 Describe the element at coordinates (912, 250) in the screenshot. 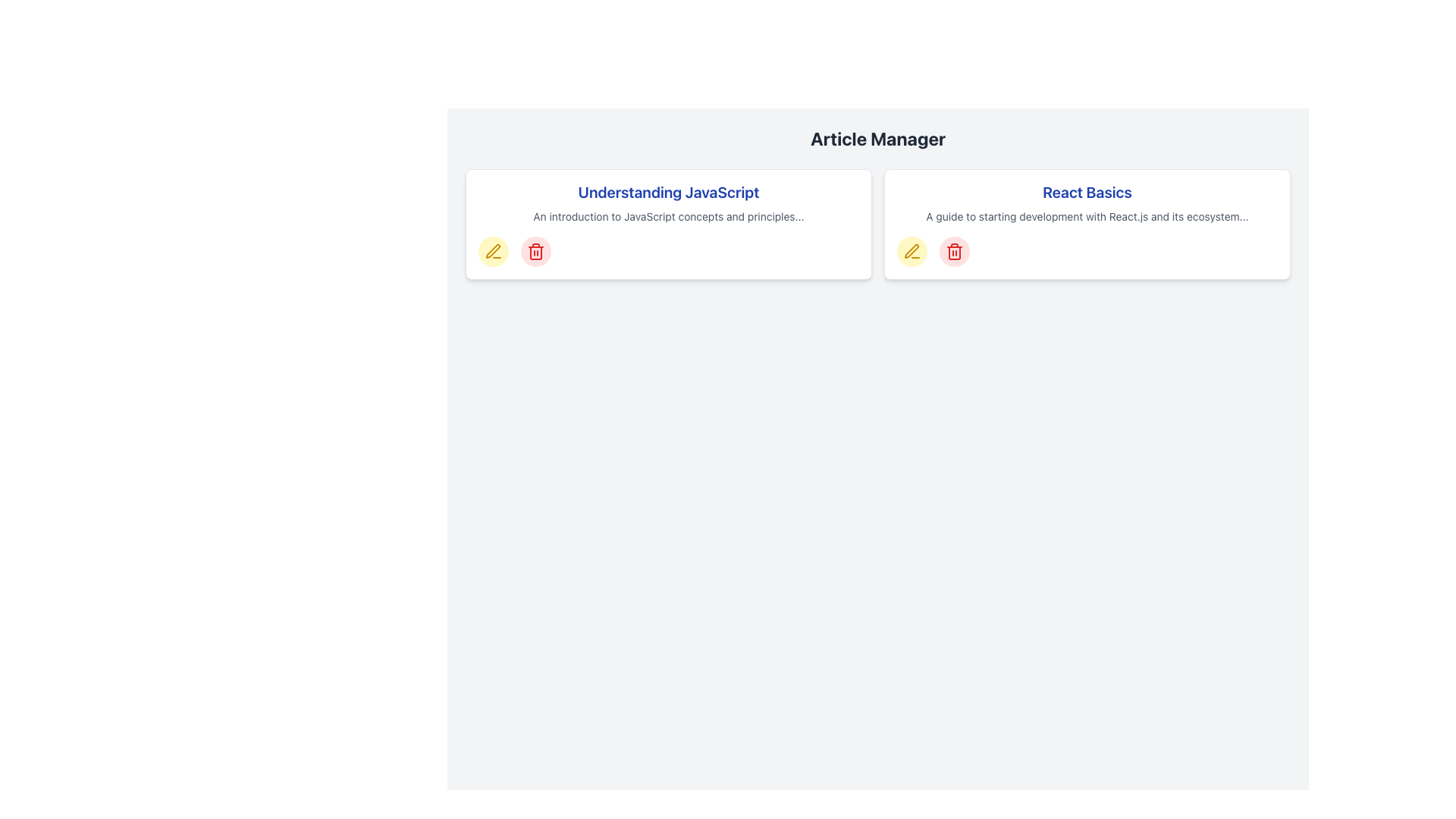

I see `the icon within the yellow circle button located at the top-left corner of the 'React Basics' card for keyboard navigation` at that location.